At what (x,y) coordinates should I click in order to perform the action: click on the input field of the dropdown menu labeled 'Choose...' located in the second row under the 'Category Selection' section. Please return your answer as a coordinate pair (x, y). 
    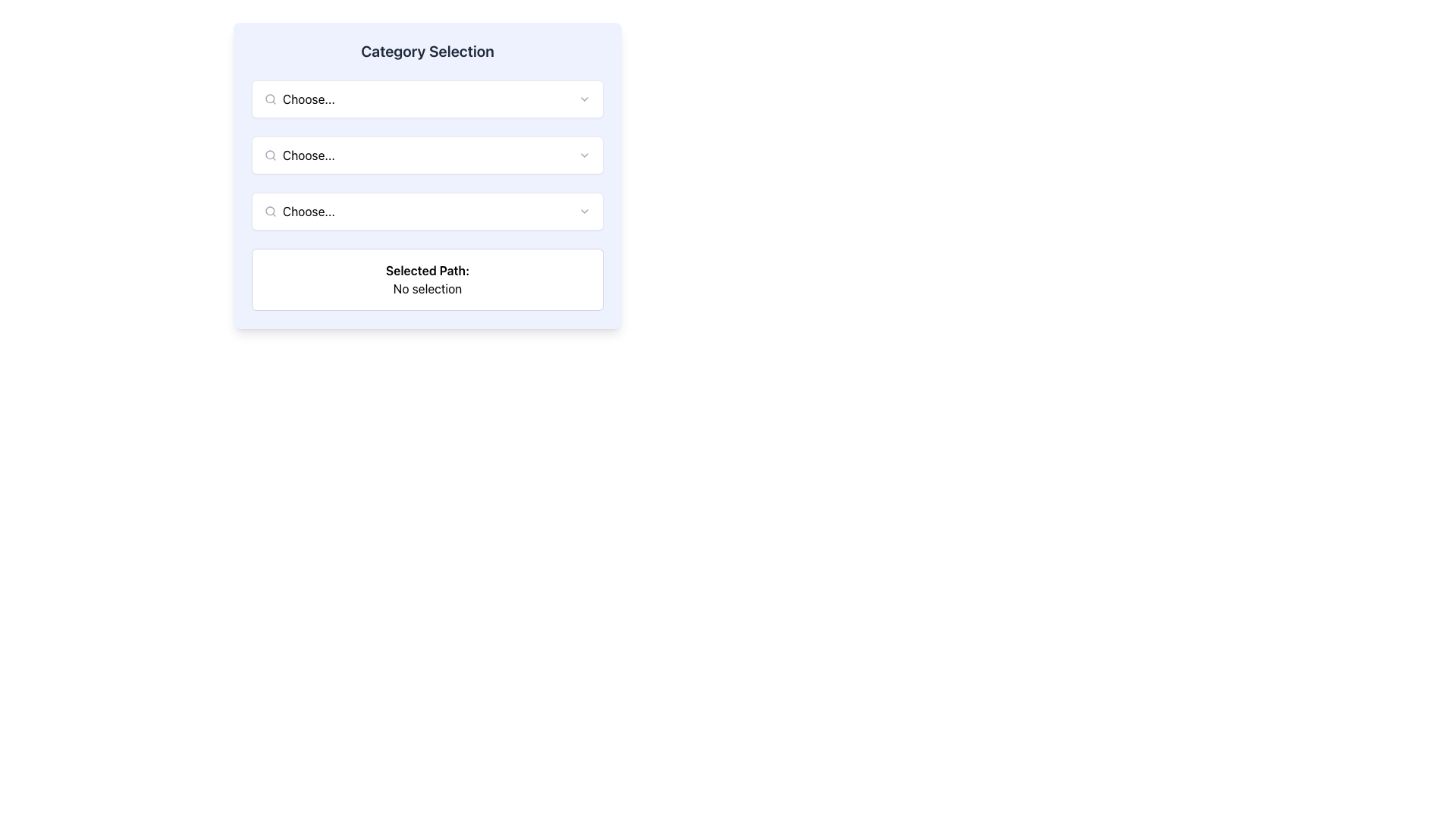
    Looking at the image, I should click on (429, 155).